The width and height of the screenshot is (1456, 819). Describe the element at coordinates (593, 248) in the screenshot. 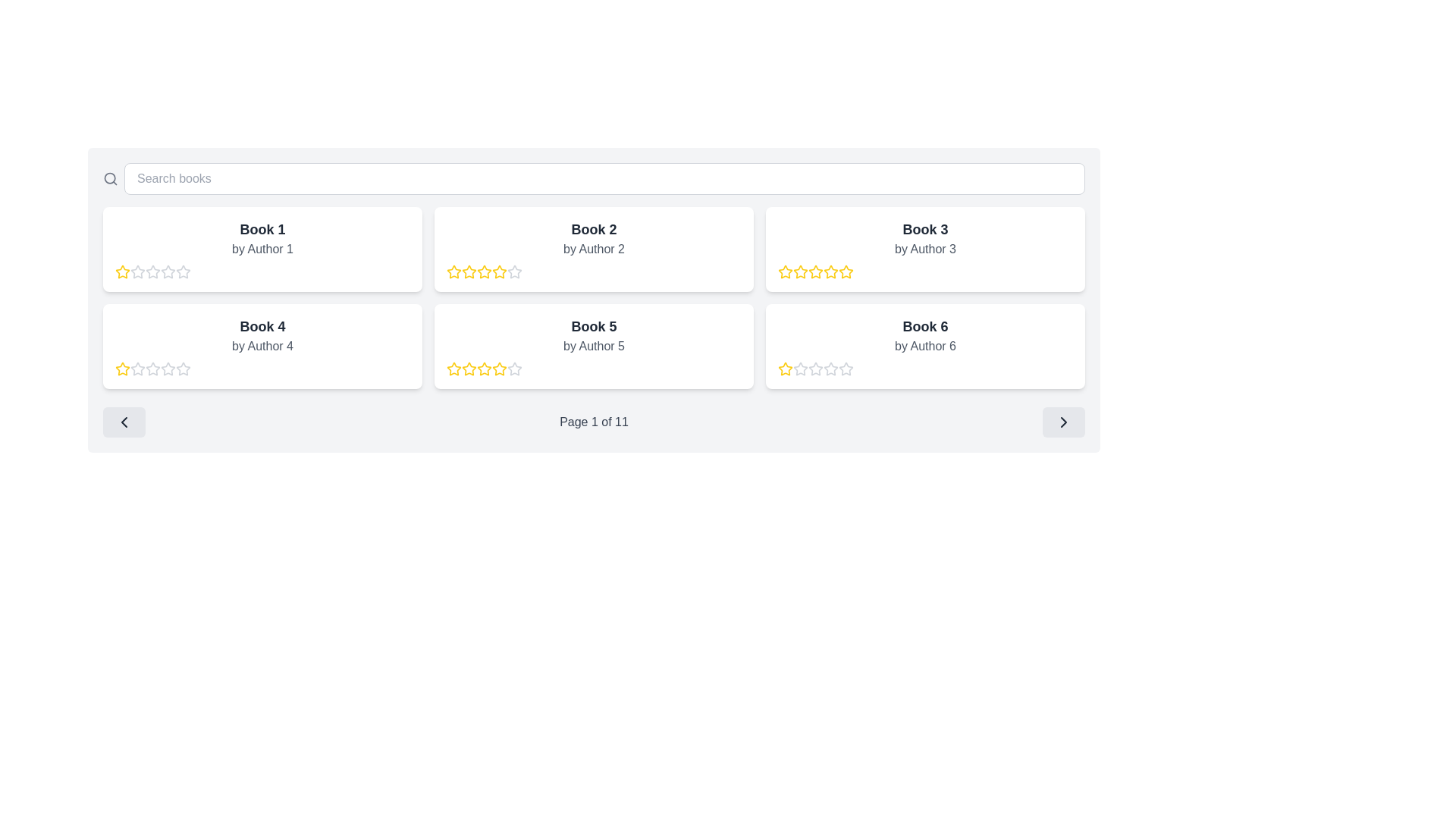

I see `the non-interactive text label displaying author information 'by Author 2' for the book titled 'Book 2', located beneath the title in the second column of the top row in a grid layout` at that location.